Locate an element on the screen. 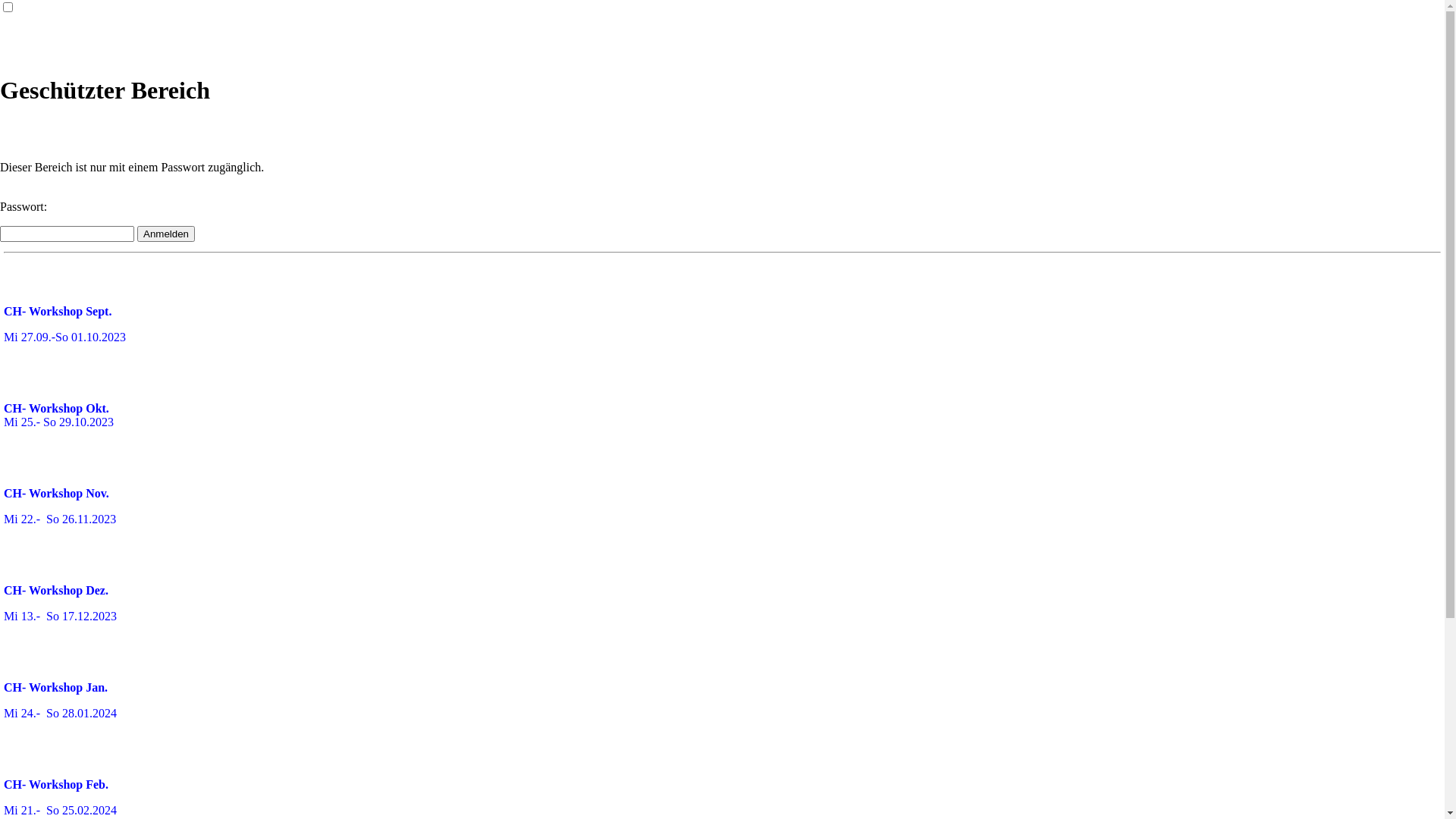 Image resolution: width=1456 pixels, height=819 pixels. 'Anmelden' is located at coordinates (166, 234).